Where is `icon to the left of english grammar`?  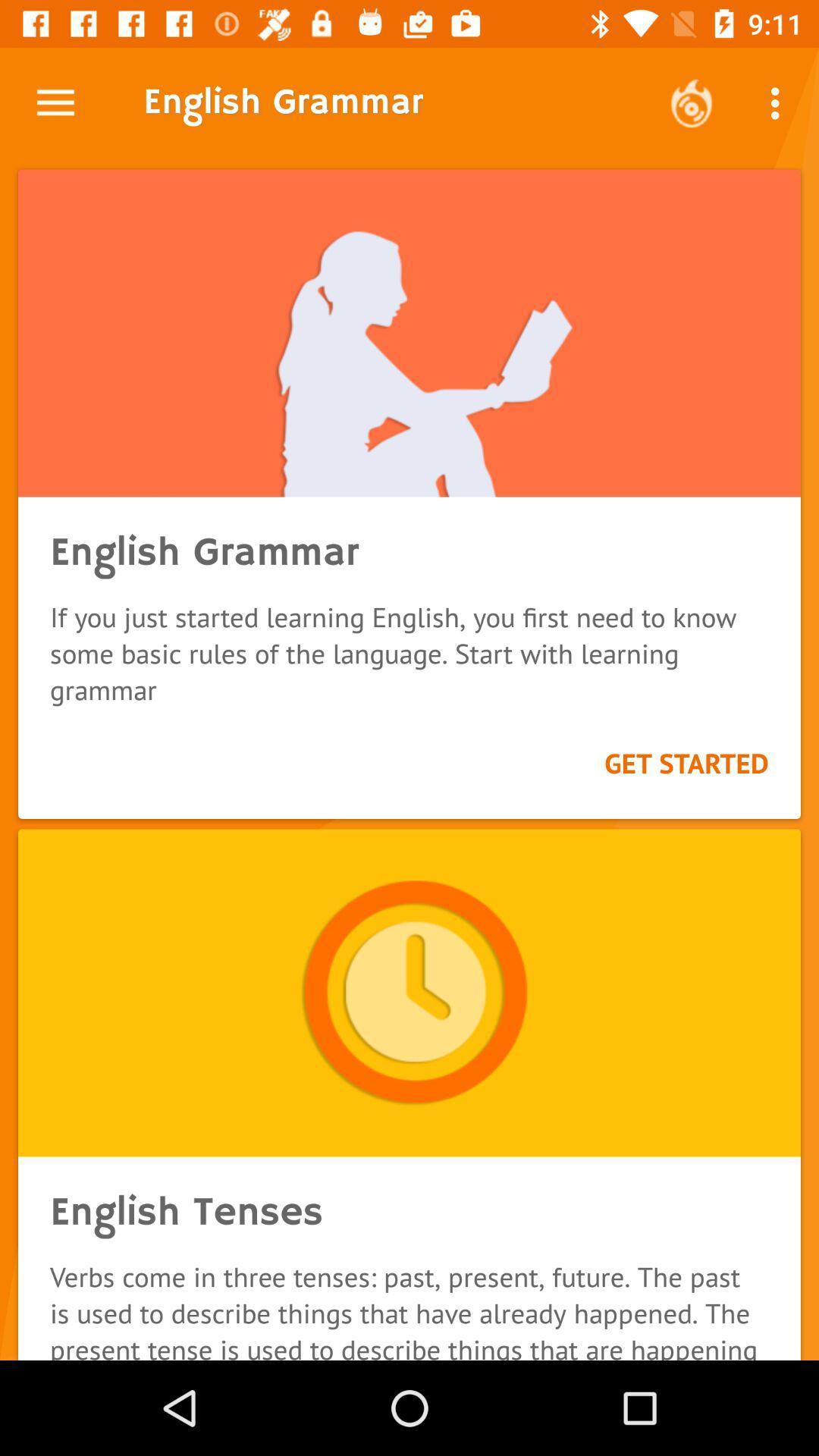
icon to the left of english grammar is located at coordinates (55, 102).